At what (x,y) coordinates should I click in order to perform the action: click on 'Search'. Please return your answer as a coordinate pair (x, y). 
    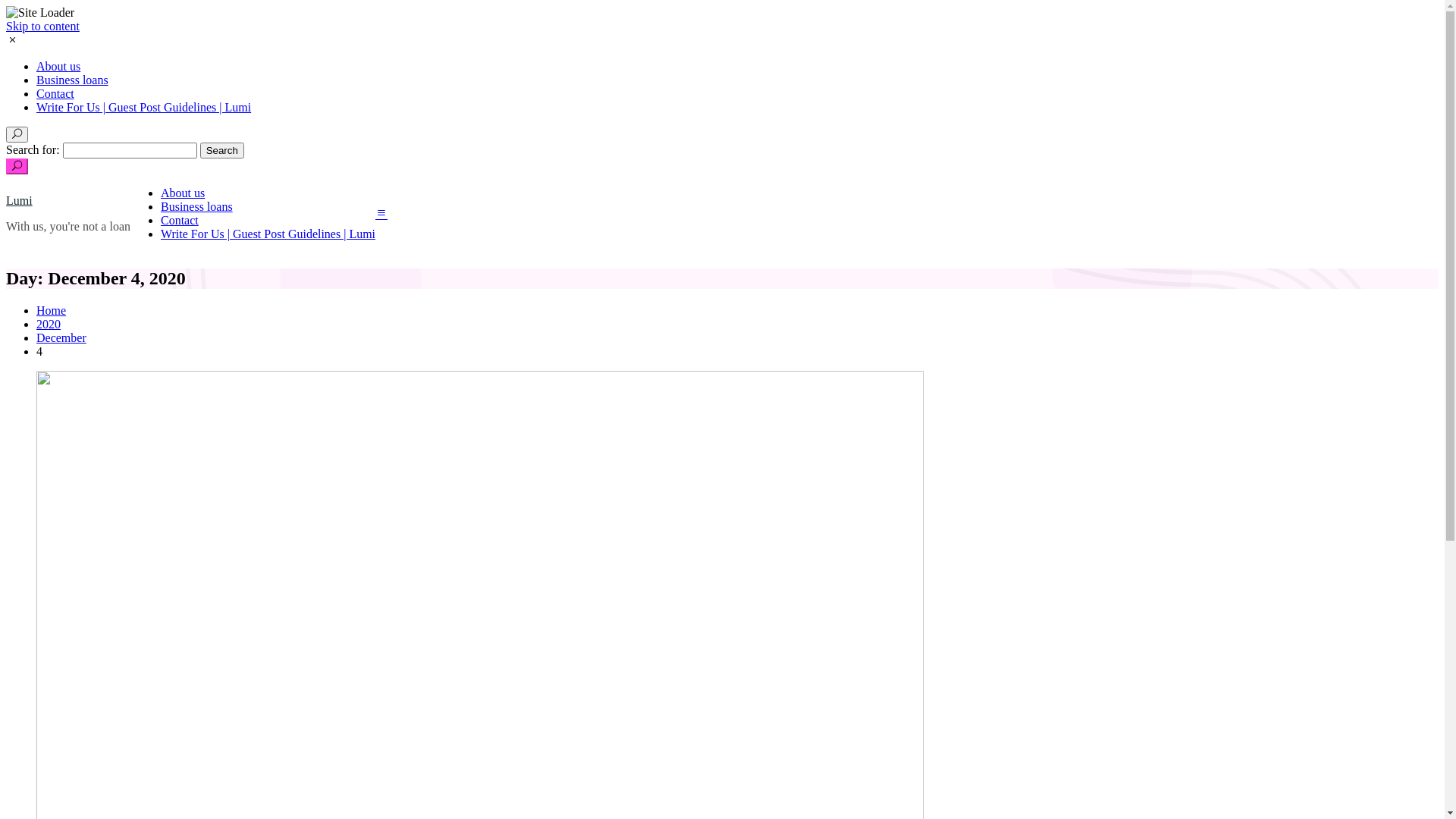
    Looking at the image, I should click on (221, 150).